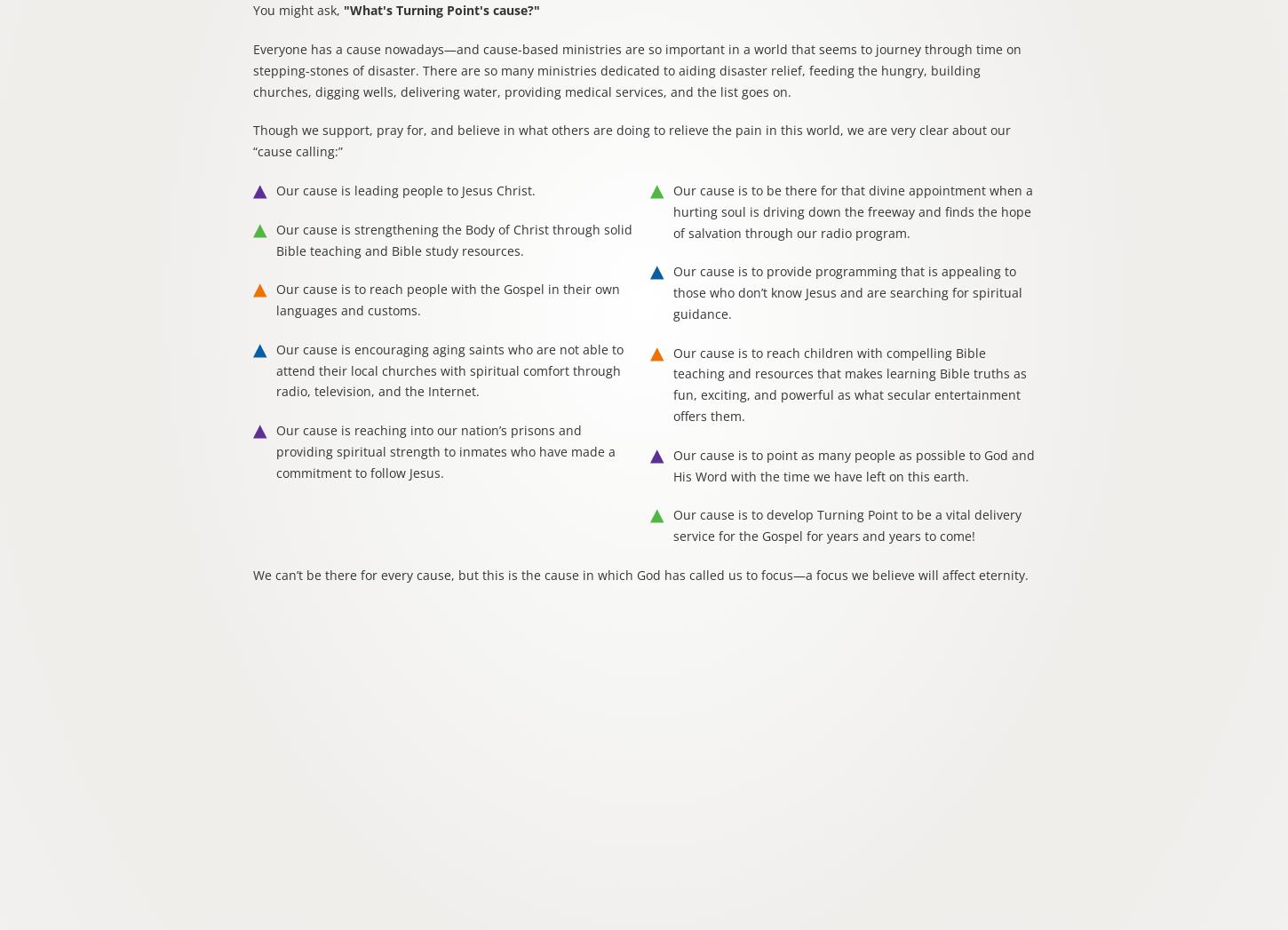 The height and width of the screenshot is (930, 1288). Describe the element at coordinates (847, 290) in the screenshot. I see `'Our cause is to provide programming that is appealing to those who don’t know Jesus and are searching for spiritual guidance.'` at that location.